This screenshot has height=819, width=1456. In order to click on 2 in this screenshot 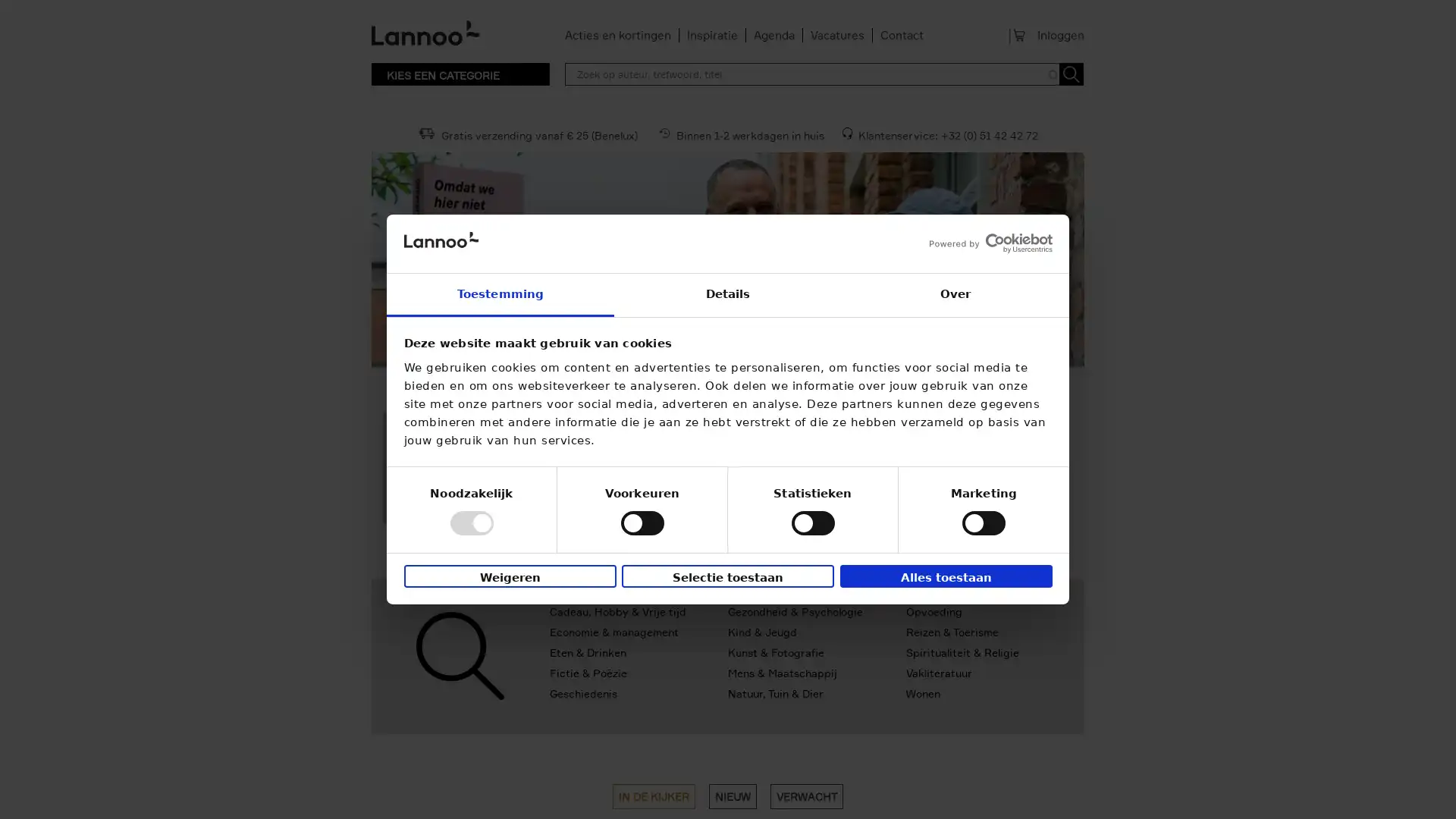, I will do `click(716, 351)`.